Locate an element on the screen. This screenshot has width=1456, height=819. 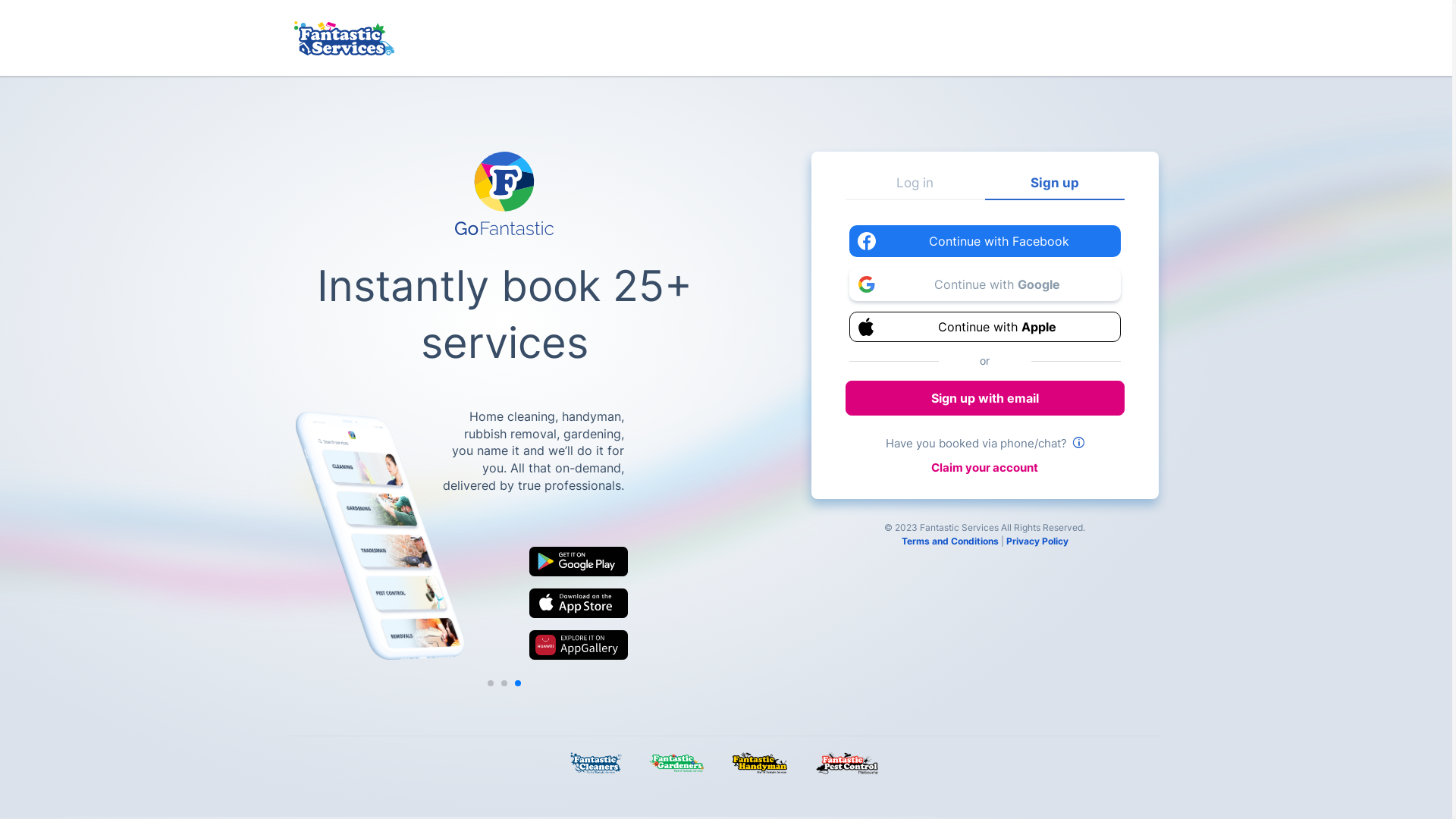
'Fantastic Handyman' is located at coordinates (763, 763).